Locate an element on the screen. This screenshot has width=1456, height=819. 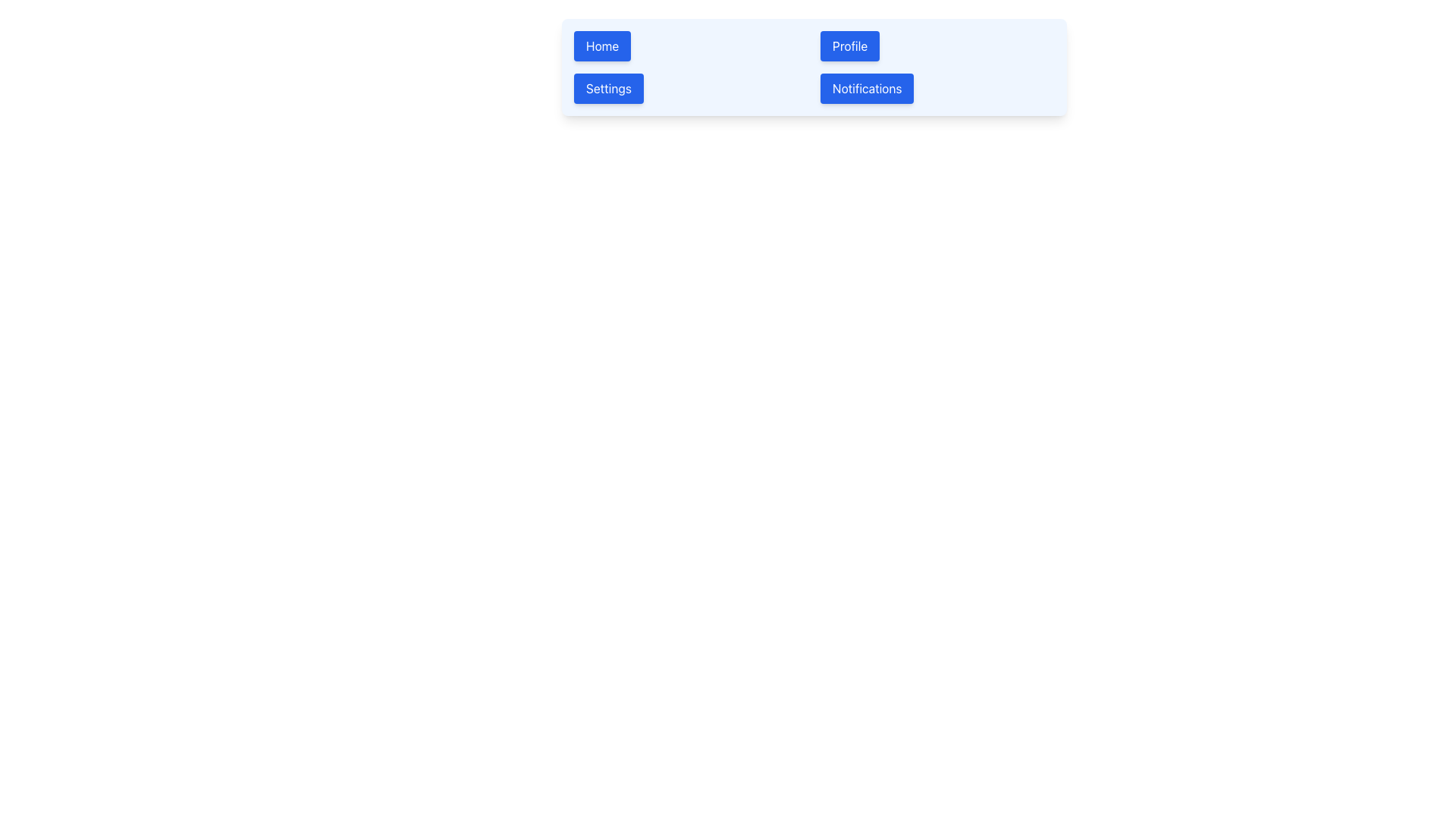
the settings button located on the horizontal navigation bar, second from the left, between the 'Home' and 'Profile' buttons is located at coordinates (608, 88).